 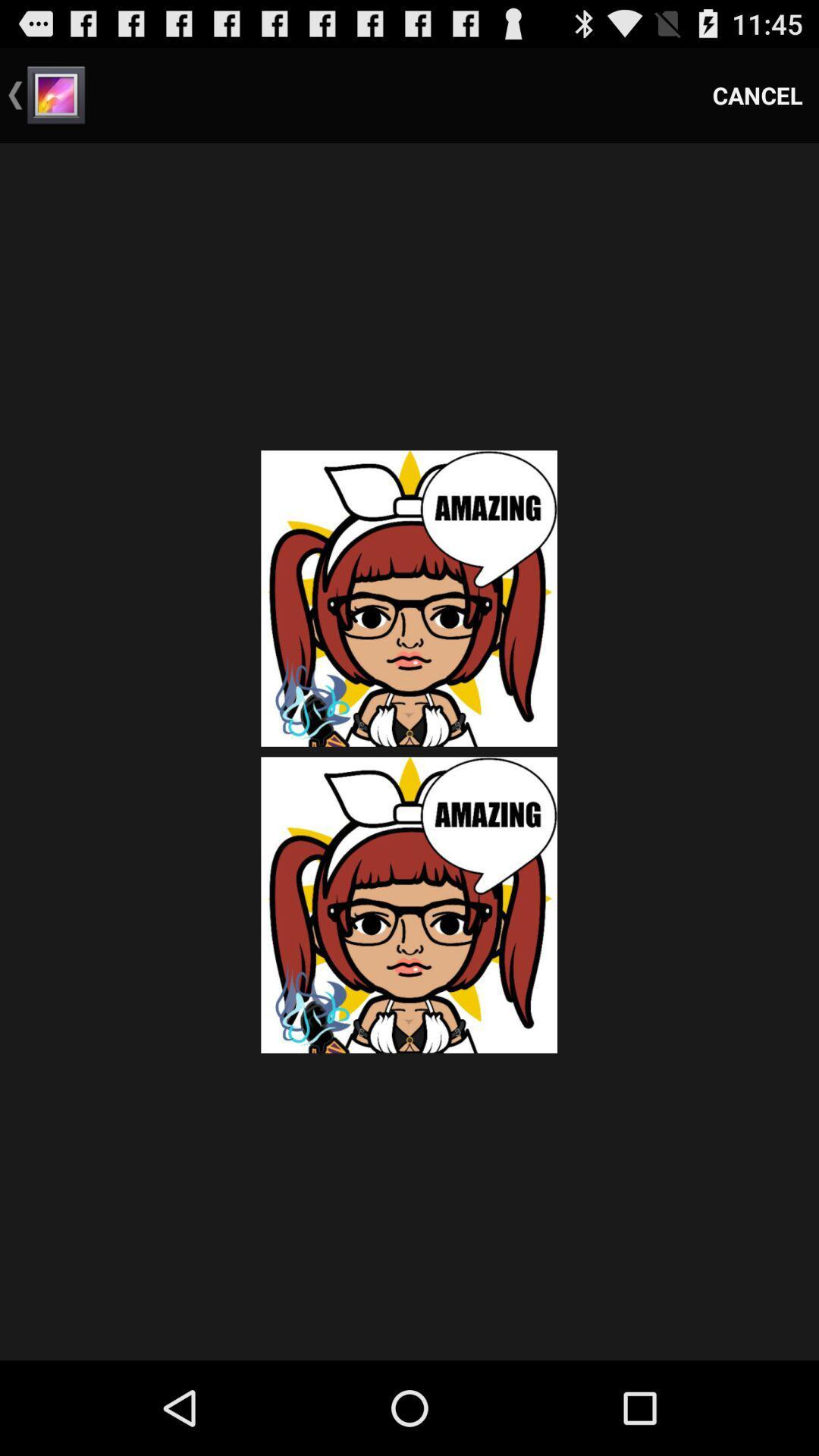 What do you see at coordinates (758, 94) in the screenshot?
I see `cancel at the top right corner` at bounding box center [758, 94].